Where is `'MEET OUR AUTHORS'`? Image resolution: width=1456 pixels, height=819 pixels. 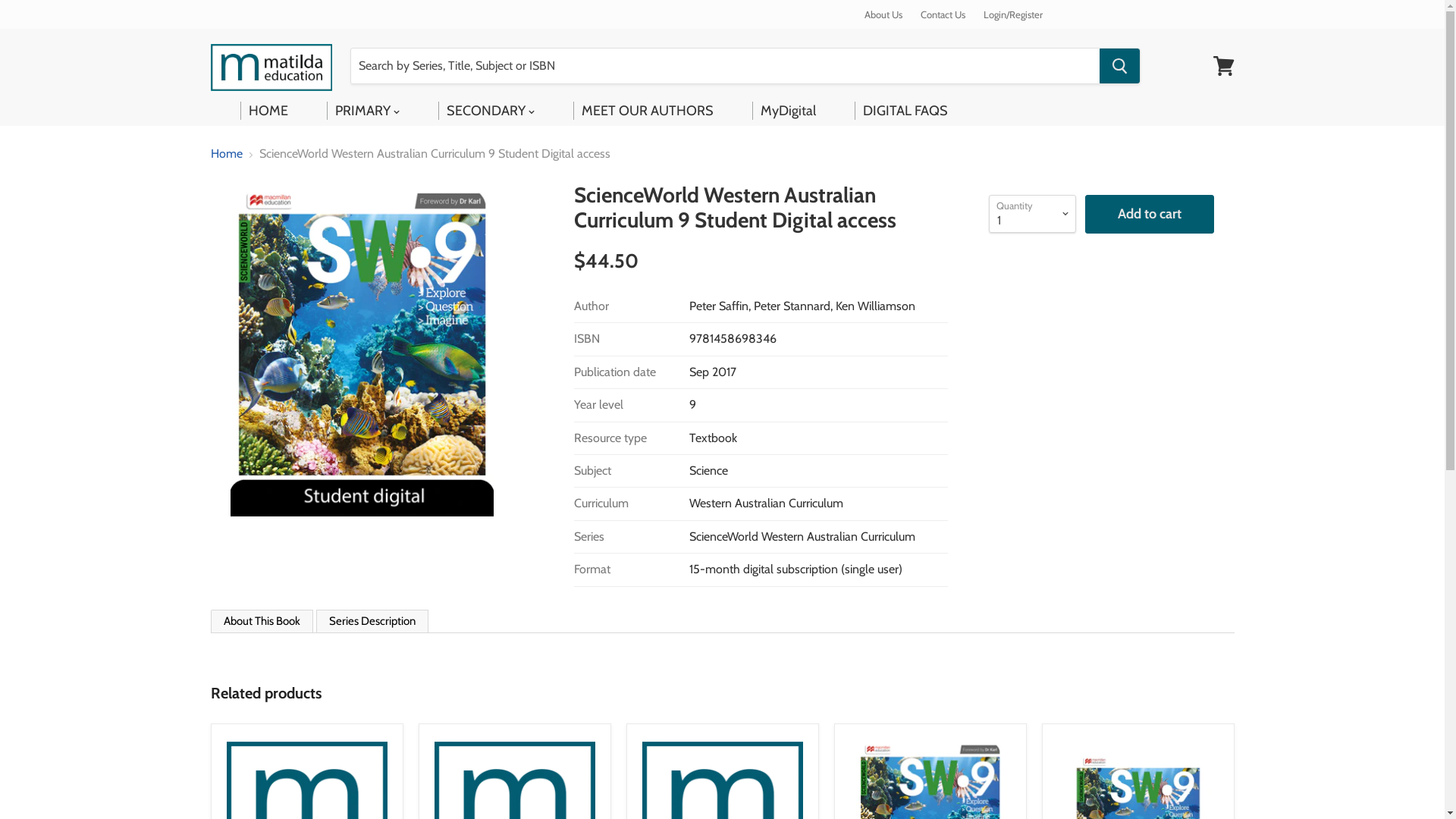
'MEET OUR AUTHORS' is located at coordinates (648, 110).